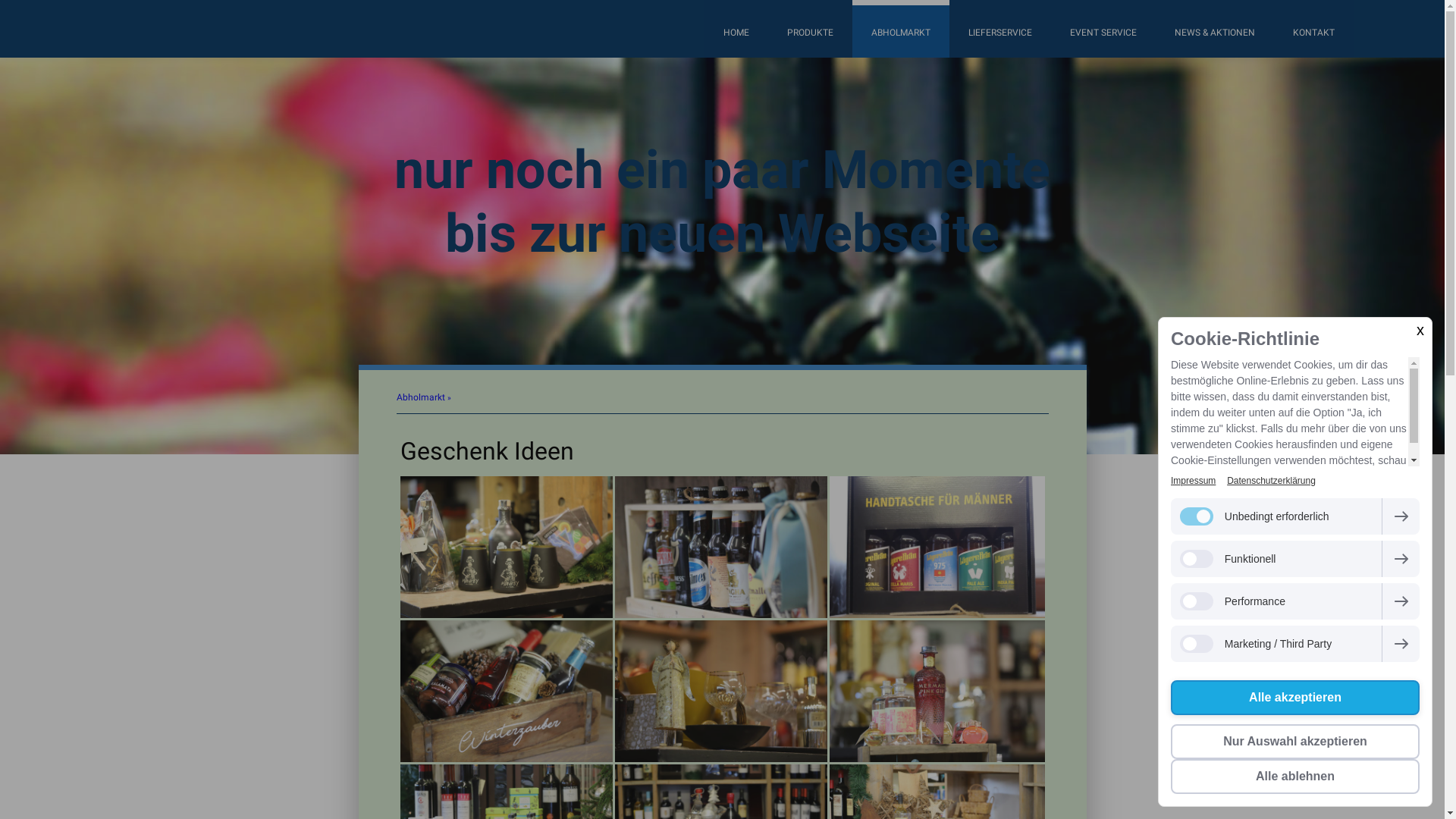 The image size is (1456, 819). Describe the element at coordinates (1294, 698) in the screenshot. I see `'Alle akzeptieren'` at that location.